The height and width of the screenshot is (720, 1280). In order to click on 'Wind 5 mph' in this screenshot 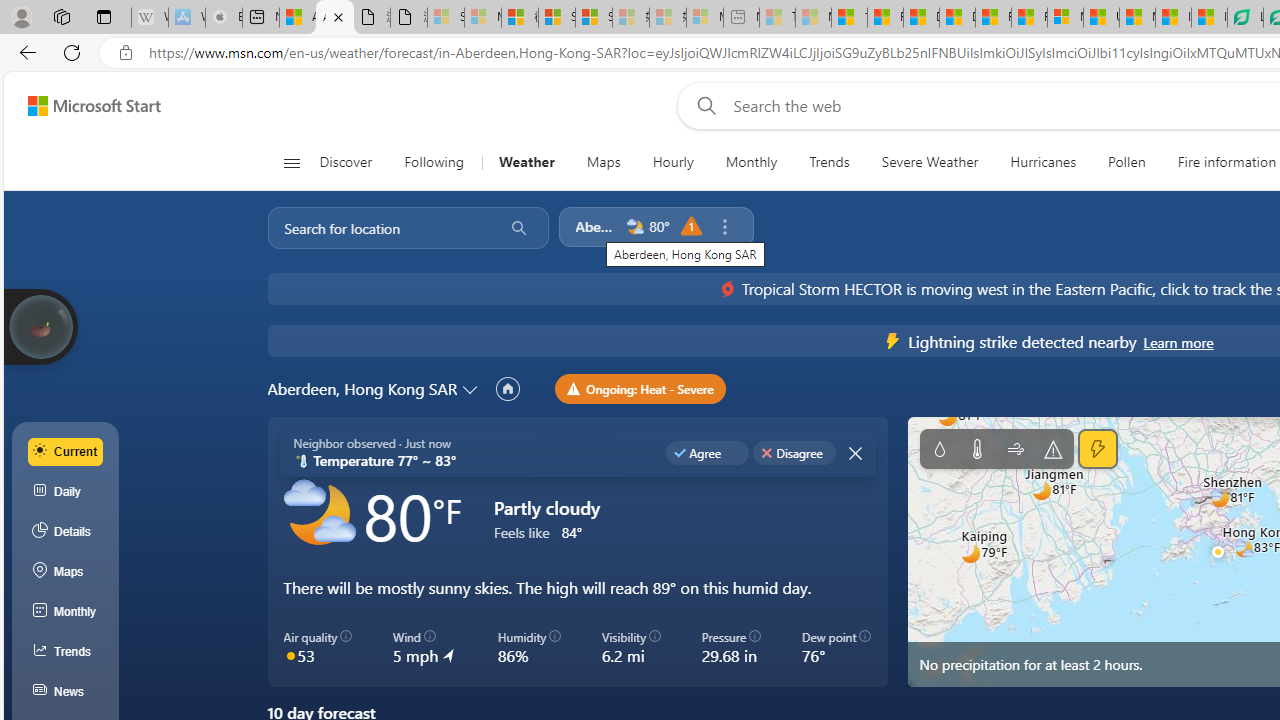, I will do `click(423, 648)`.